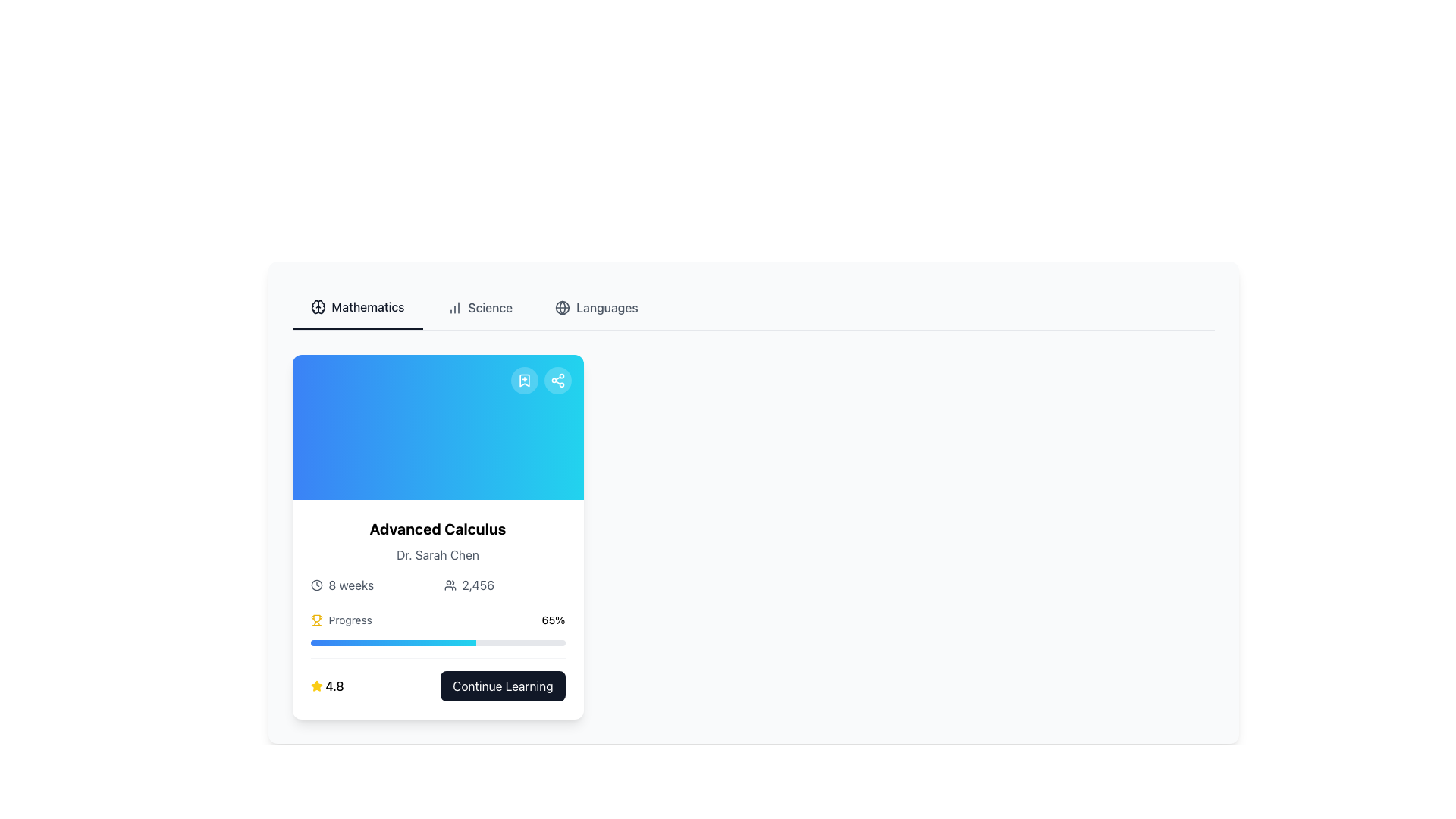  I want to click on the users icon, which is a small outline of two figures side by side, located to the immediate left of the text '2,456' in the statistics display, so click(449, 584).